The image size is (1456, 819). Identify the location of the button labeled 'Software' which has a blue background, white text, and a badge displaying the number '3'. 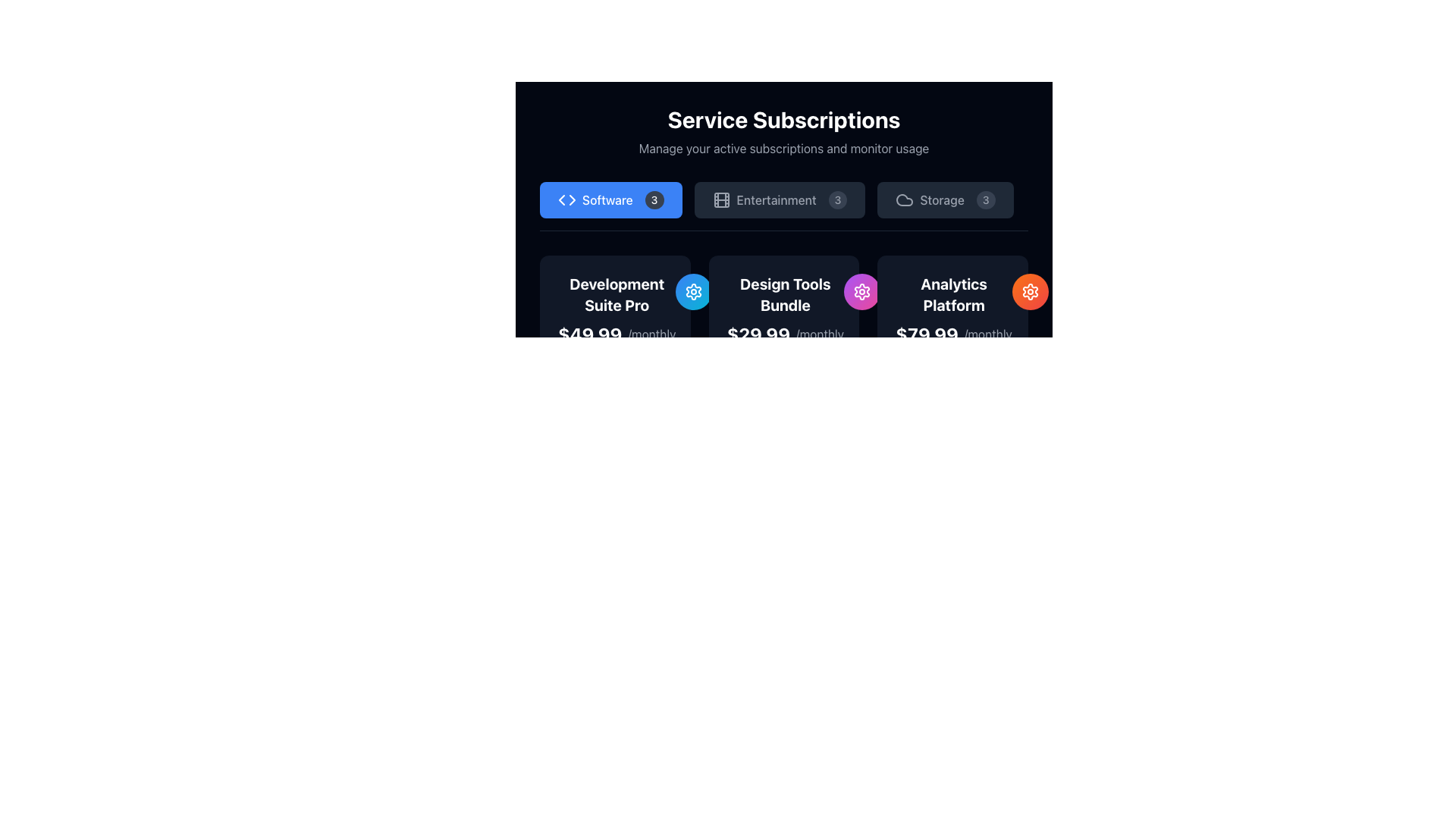
(610, 199).